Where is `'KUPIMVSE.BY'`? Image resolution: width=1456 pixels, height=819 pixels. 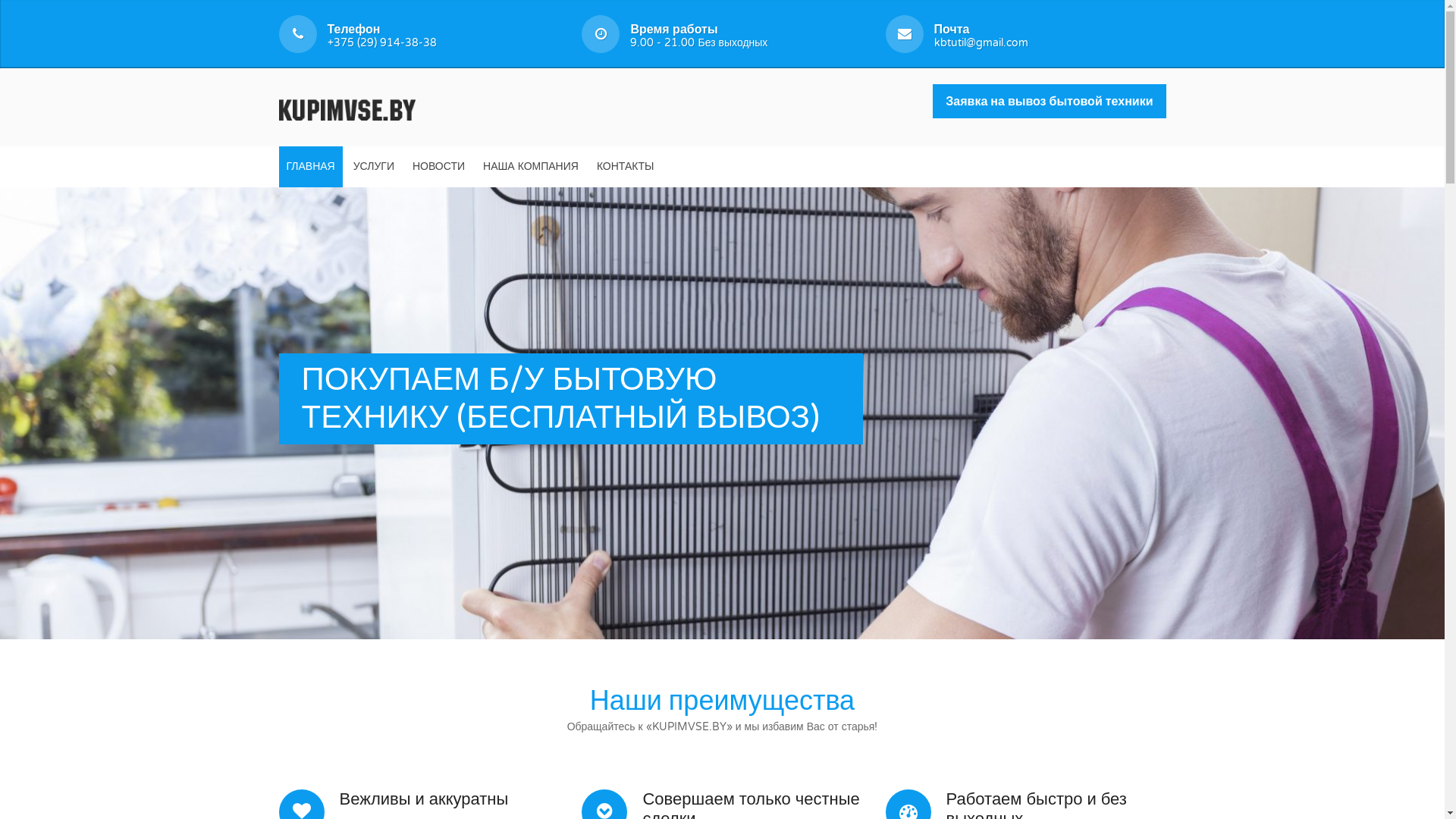 'KUPIMVSE.BY' is located at coordinates (346, 106).